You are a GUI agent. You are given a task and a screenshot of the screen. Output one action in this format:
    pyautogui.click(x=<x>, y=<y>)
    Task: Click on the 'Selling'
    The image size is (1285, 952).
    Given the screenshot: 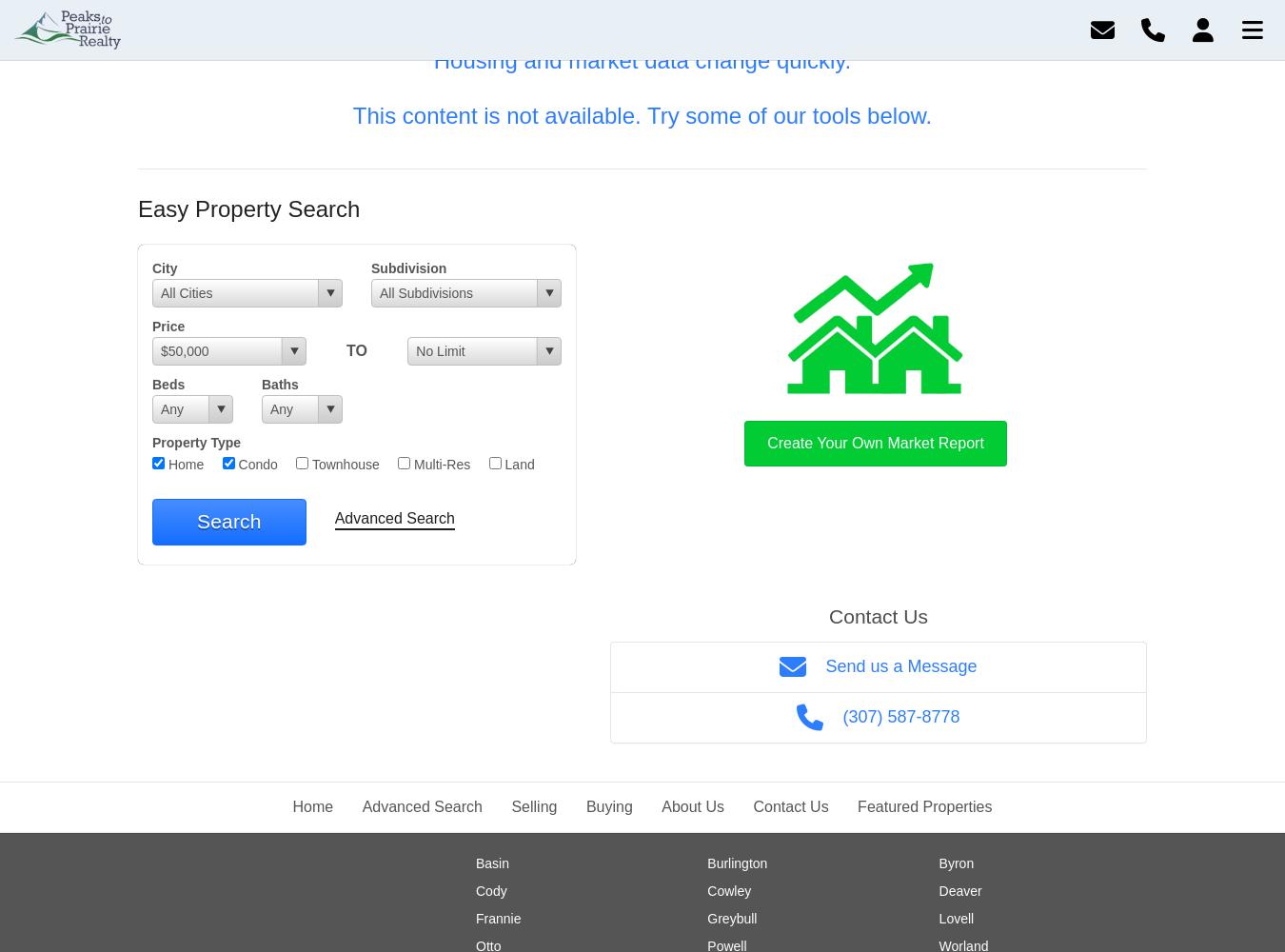 What is the action you would take?
    pyautogui.click(x=533, y=804)
    